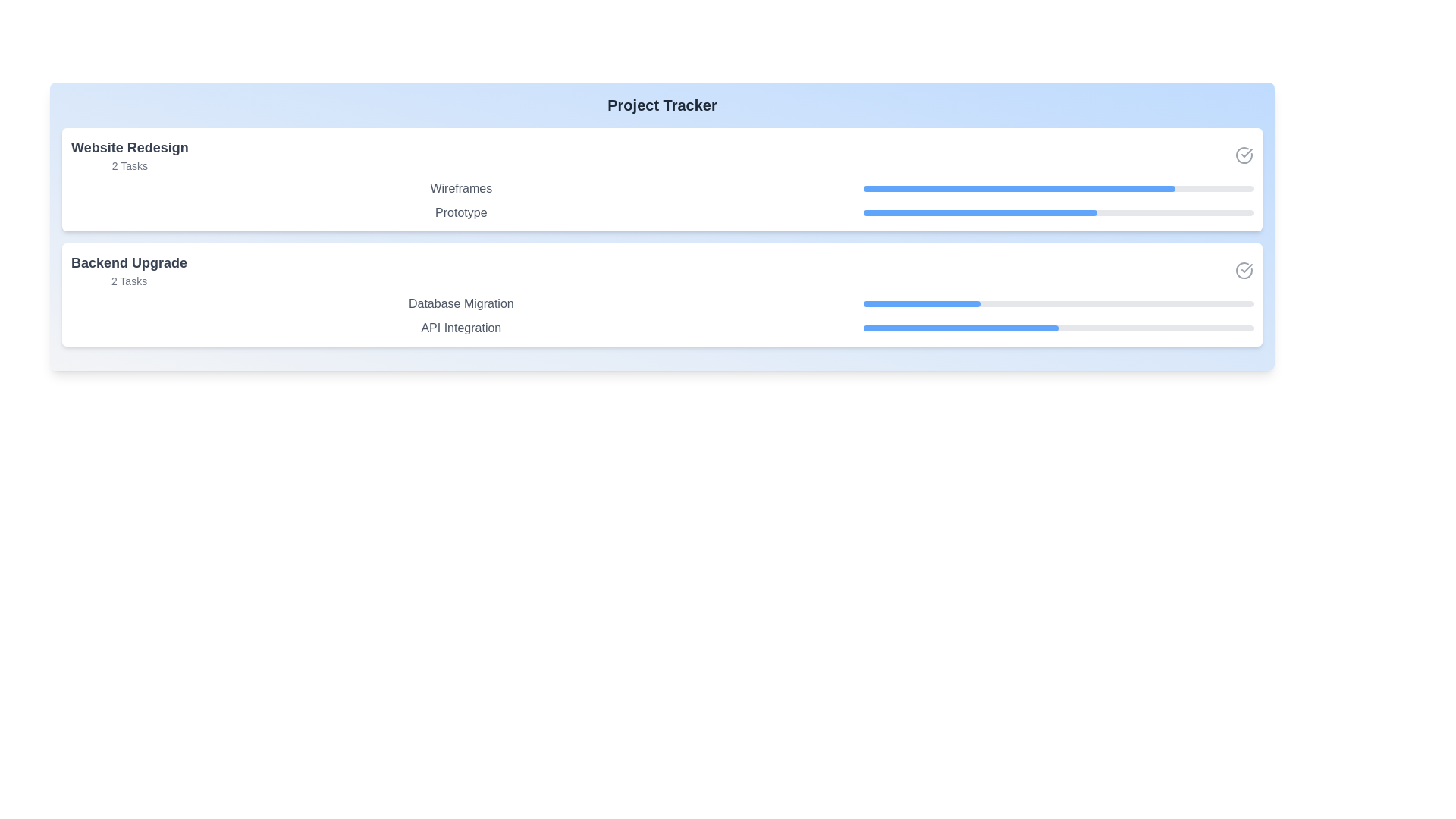  I want to click on the enclosing area of the circular outline icon with a checkmark inside, located in the top-right corner of the task card for 'Website Redesign', so click(1244, 155).